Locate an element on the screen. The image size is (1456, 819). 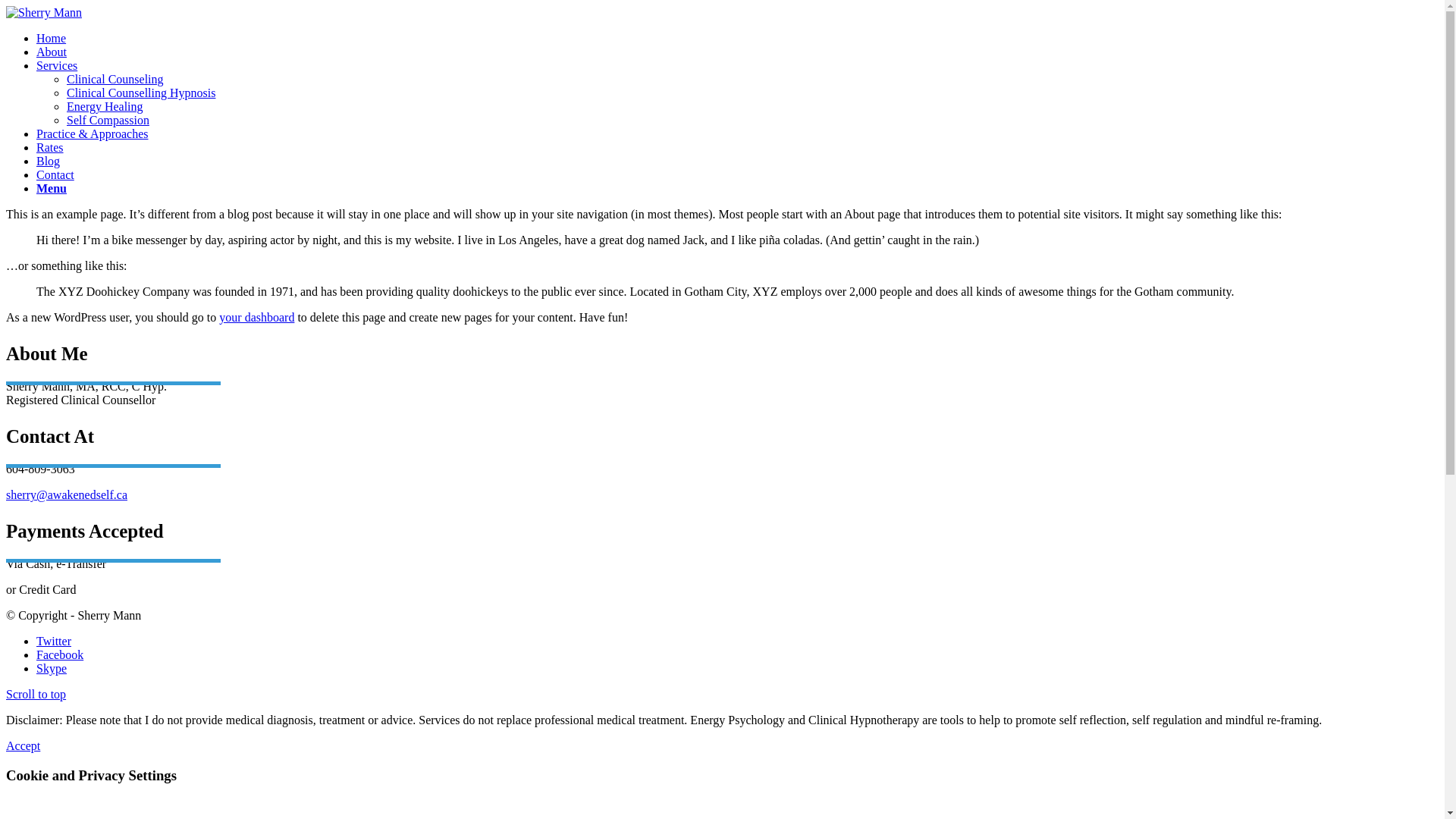
'your dashboard' is located at coordinates (256, 316).